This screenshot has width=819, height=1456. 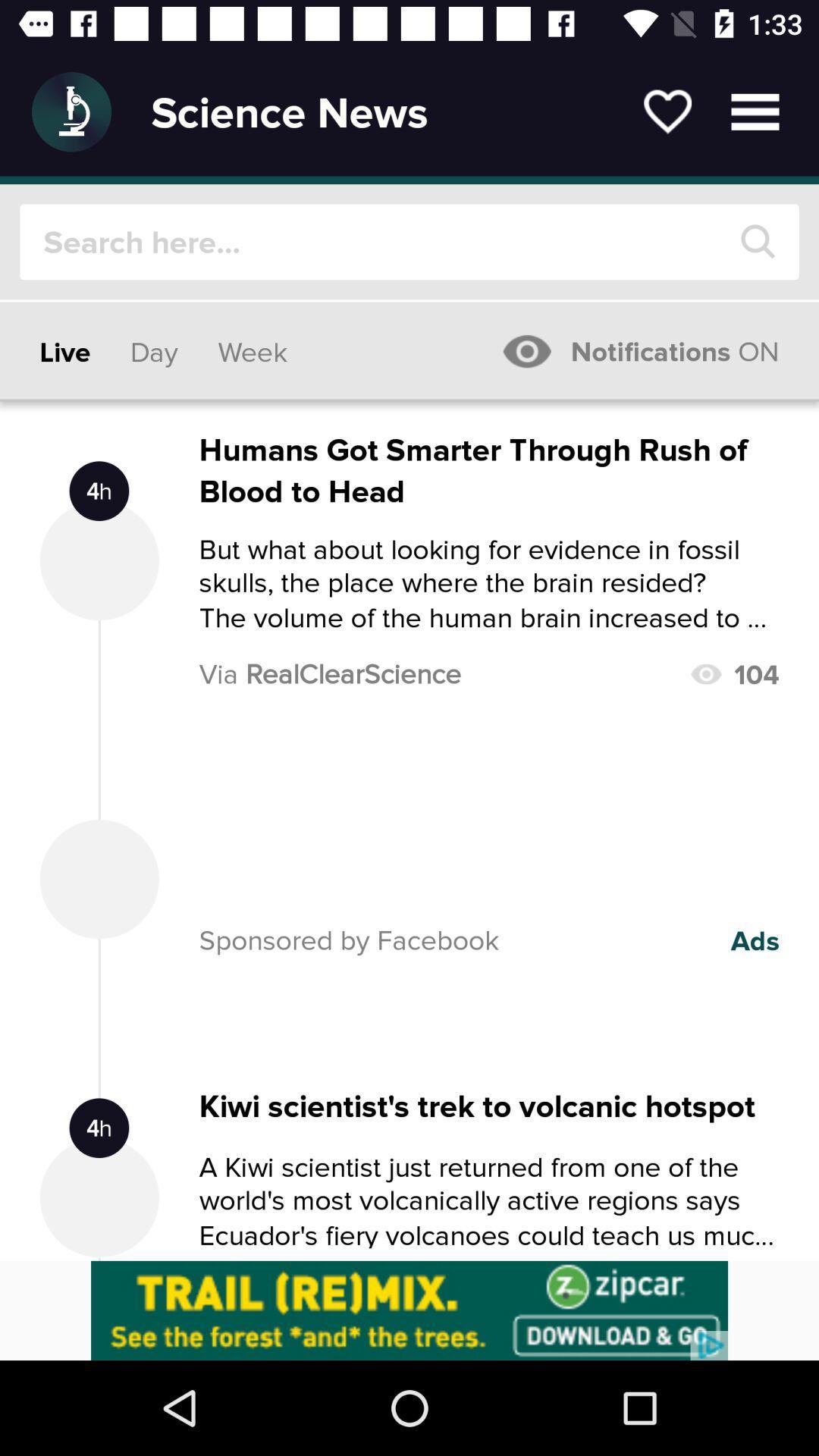 I want to click on the menu icon, so click(x=755, y=111).